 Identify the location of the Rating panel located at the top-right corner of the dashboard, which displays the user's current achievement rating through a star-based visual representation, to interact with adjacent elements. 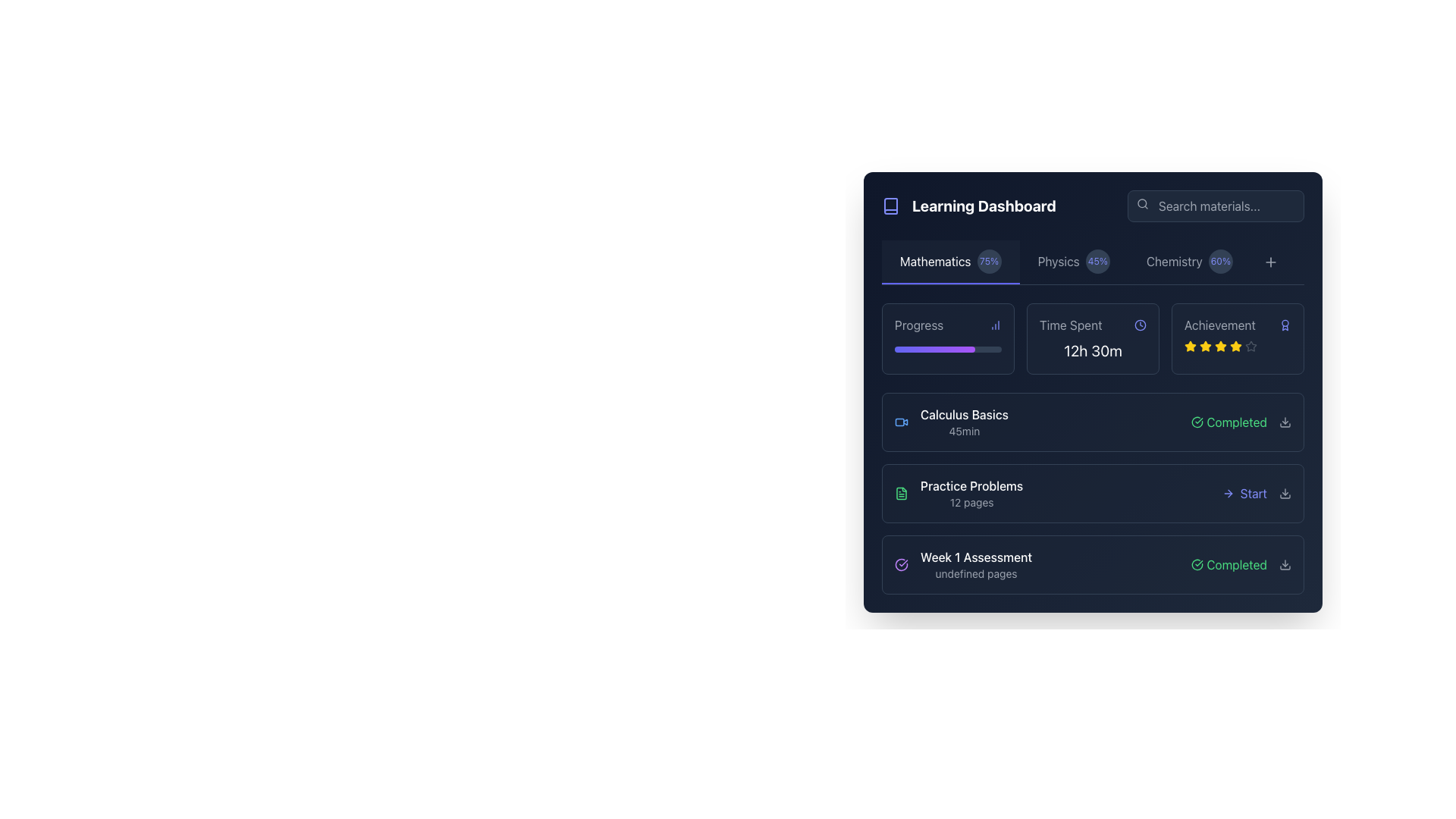
(1238, 338).